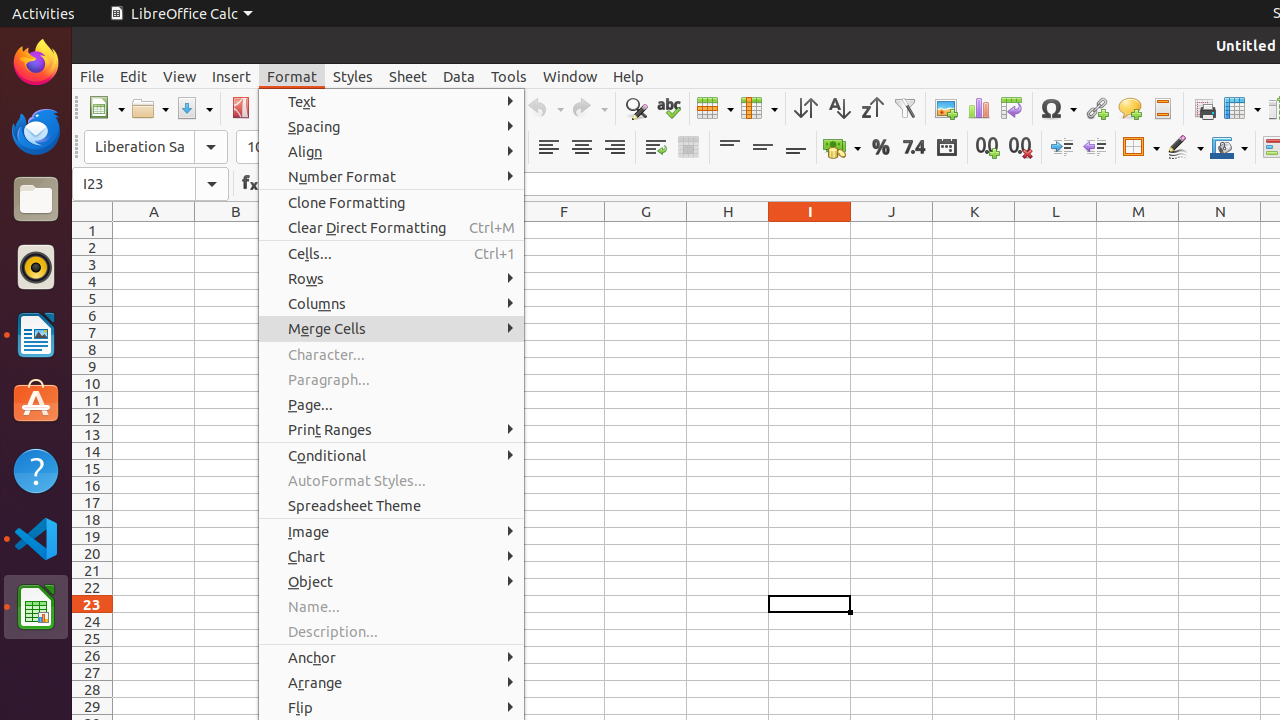  Describe the element at coordinates (613, 146) in the screenshot. I see `'Align Right'` at that location.